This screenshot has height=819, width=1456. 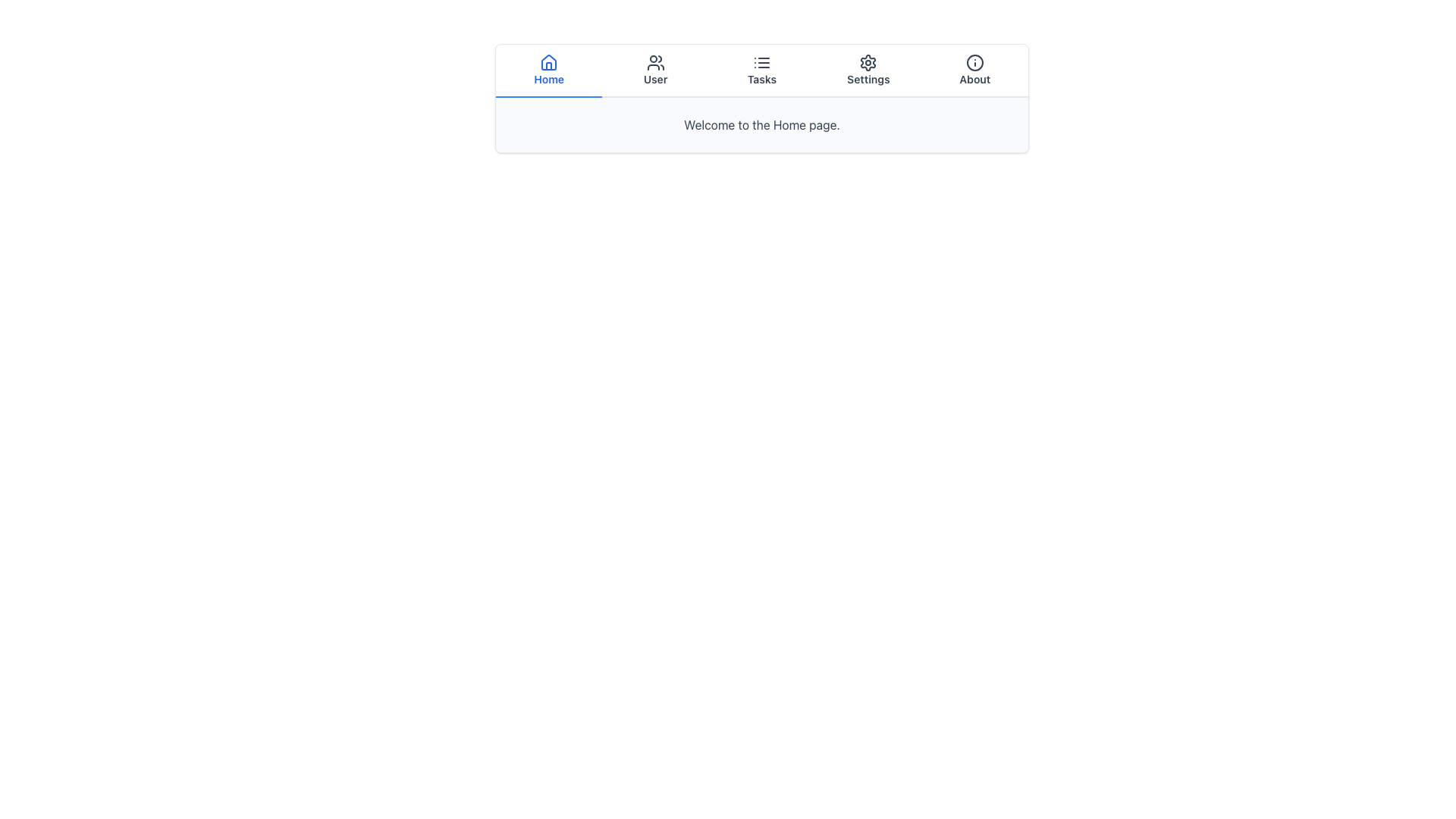 I want to click on the Navigation Button, which is the third item from the left in the navigation bar, so click(x=761, y=71).